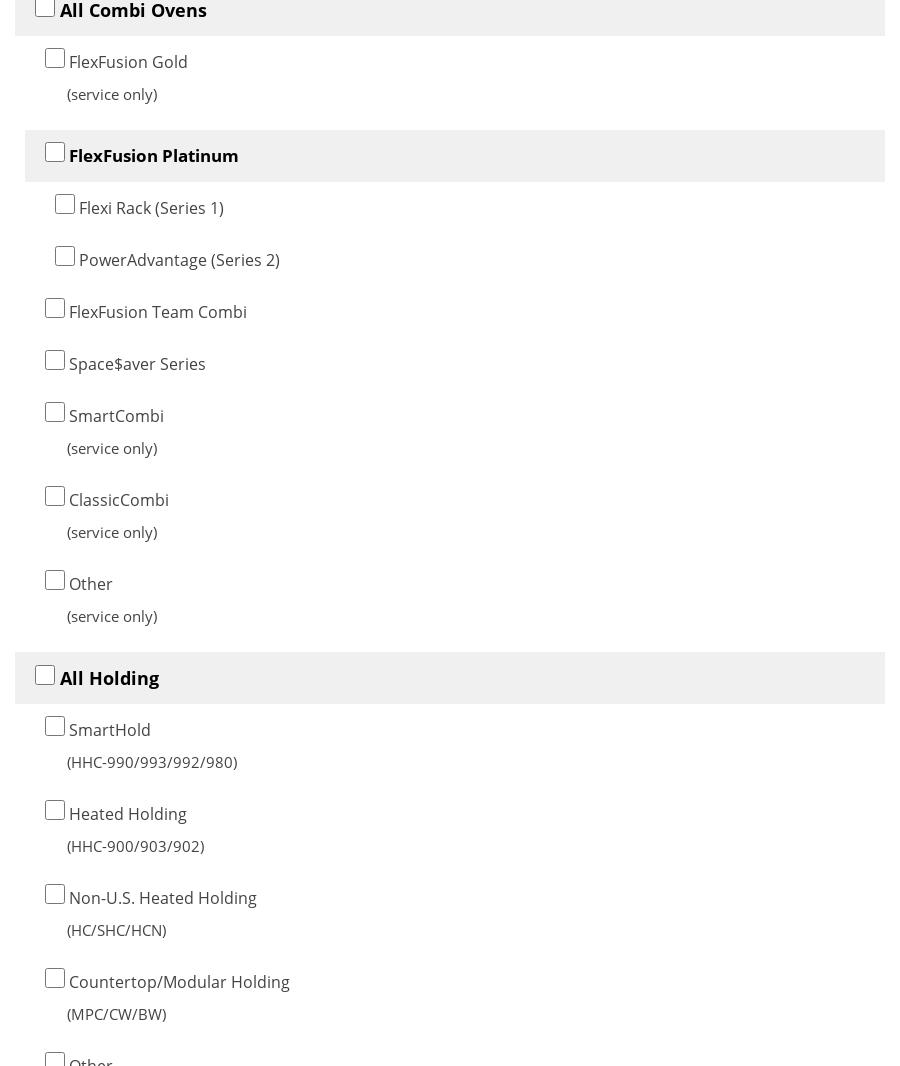 Image resolution: width=900 pixels, height=1066 pixels. I want to click on 'Non-U.S. Heated Holding', so click(161, 897).